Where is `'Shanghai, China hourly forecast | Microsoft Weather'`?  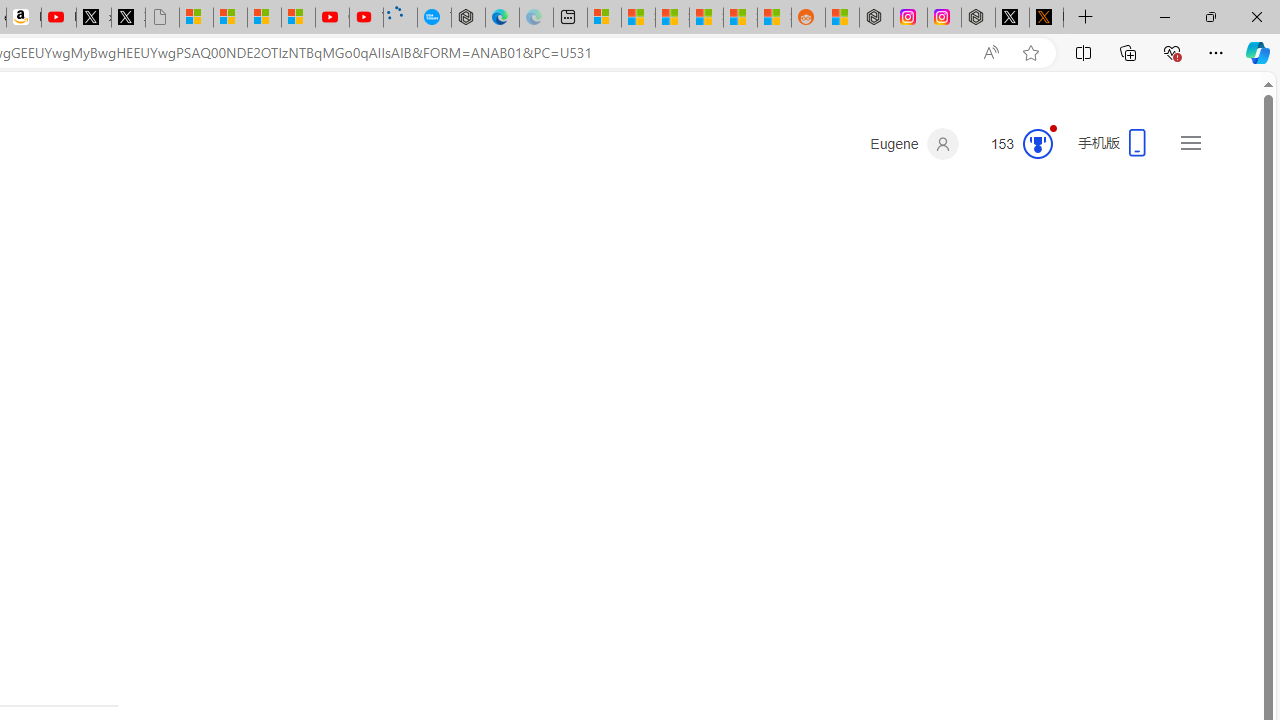
'Shanghai, China hourly forecast | Microsoft Weather' is located at coordinates (672, 17).